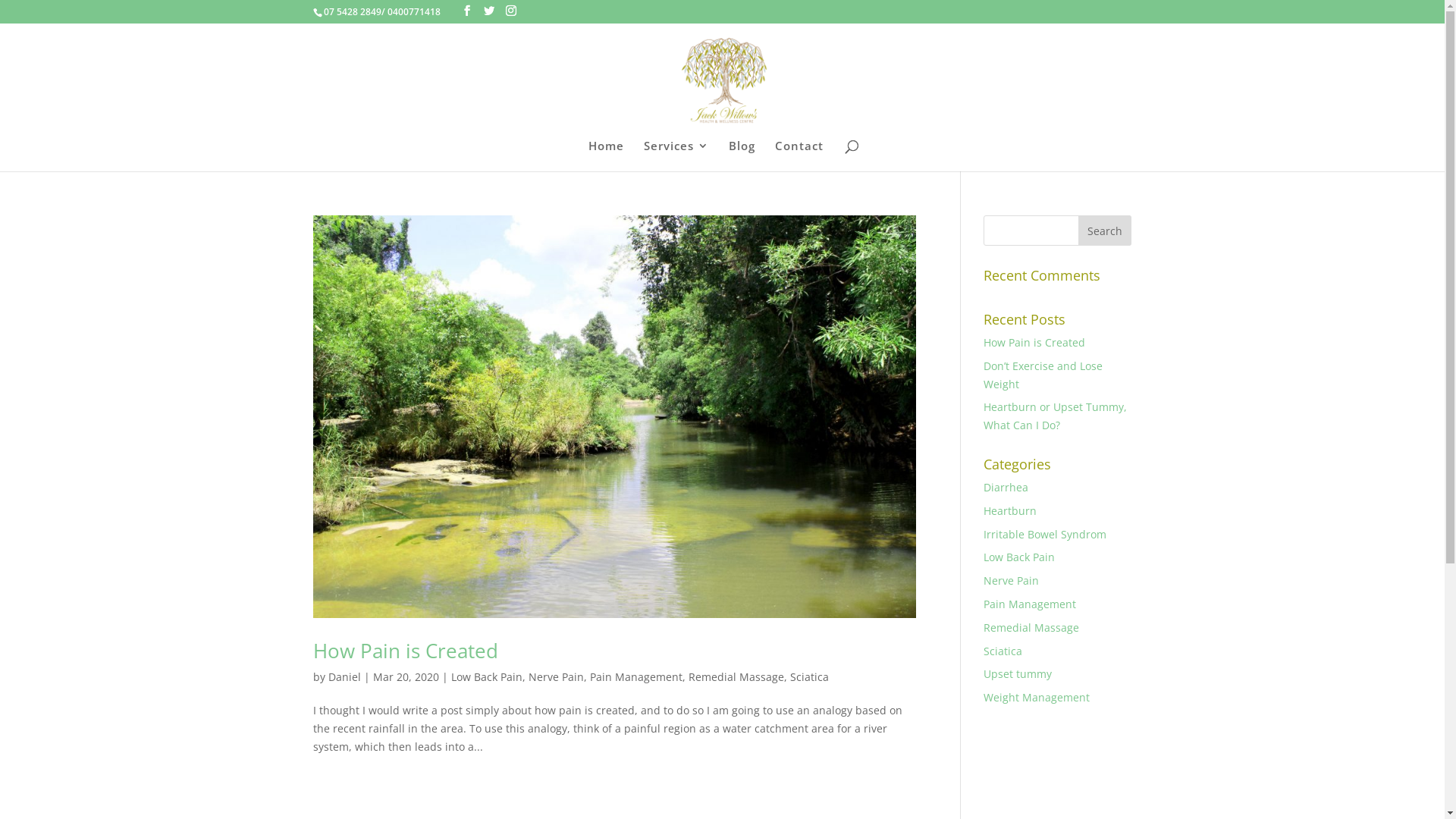 Image resolution: width=1456 pixels, height=819 pixels. What do you see at coordinates (554, 676) in the screenshot?
I see `'Nerve Pain'` at bounding box center [554, 676].